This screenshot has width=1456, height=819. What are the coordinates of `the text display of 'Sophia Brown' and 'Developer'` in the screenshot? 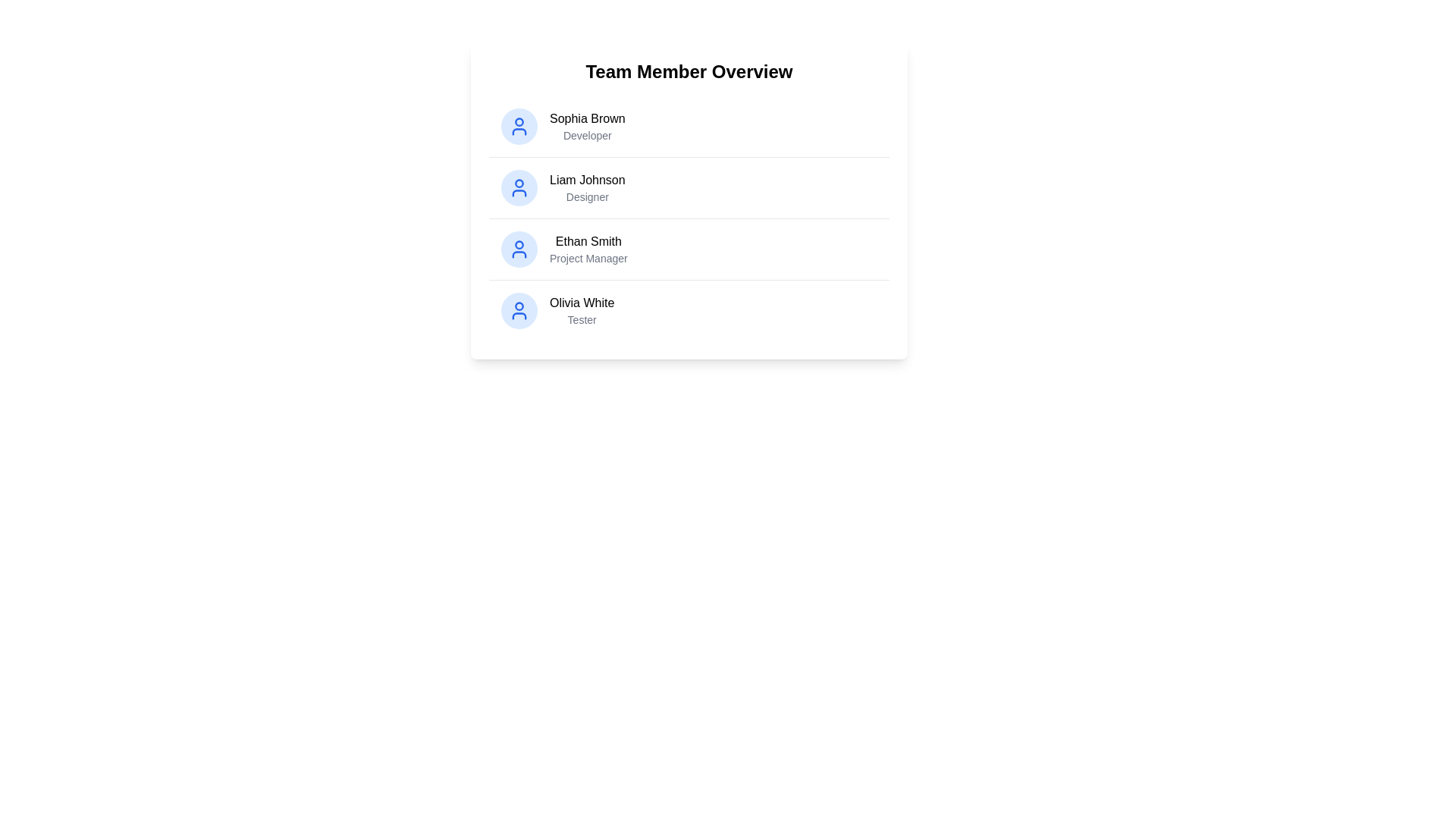 It's located at (586, 125).